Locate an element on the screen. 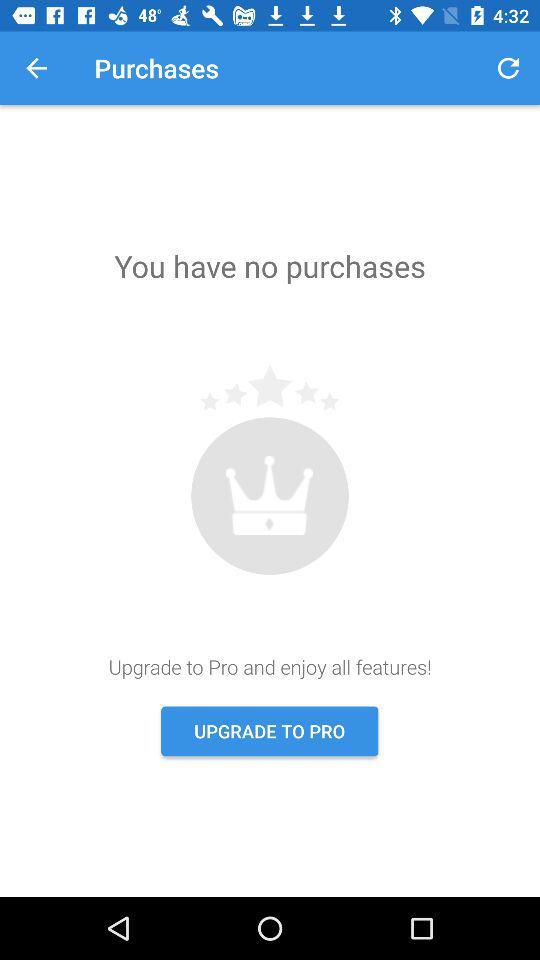 This screenshot has height=960, width=540. item next to the purchases is located at coordinates (508, 68).